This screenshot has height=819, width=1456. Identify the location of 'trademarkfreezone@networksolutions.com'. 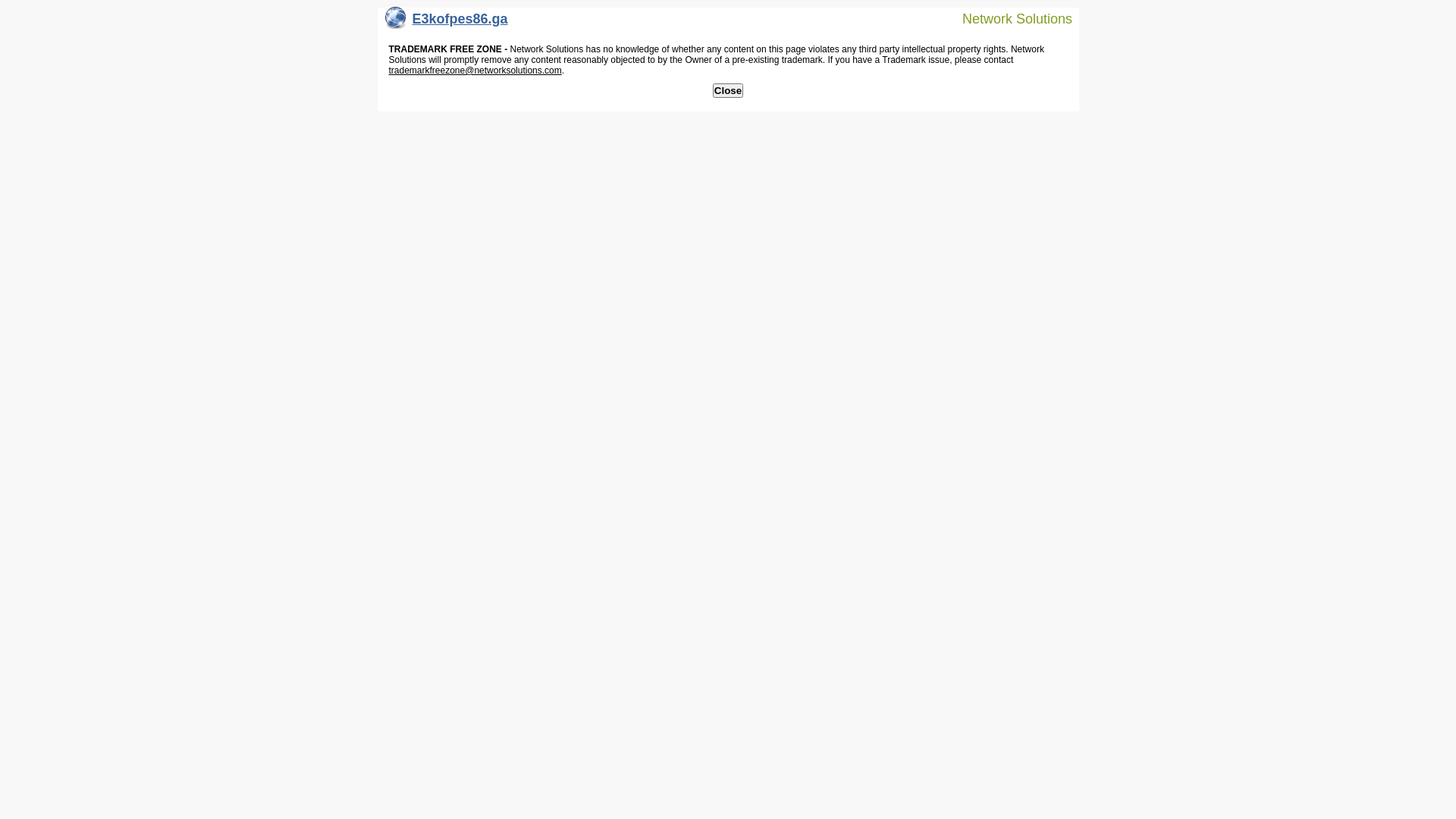
(388, 70).